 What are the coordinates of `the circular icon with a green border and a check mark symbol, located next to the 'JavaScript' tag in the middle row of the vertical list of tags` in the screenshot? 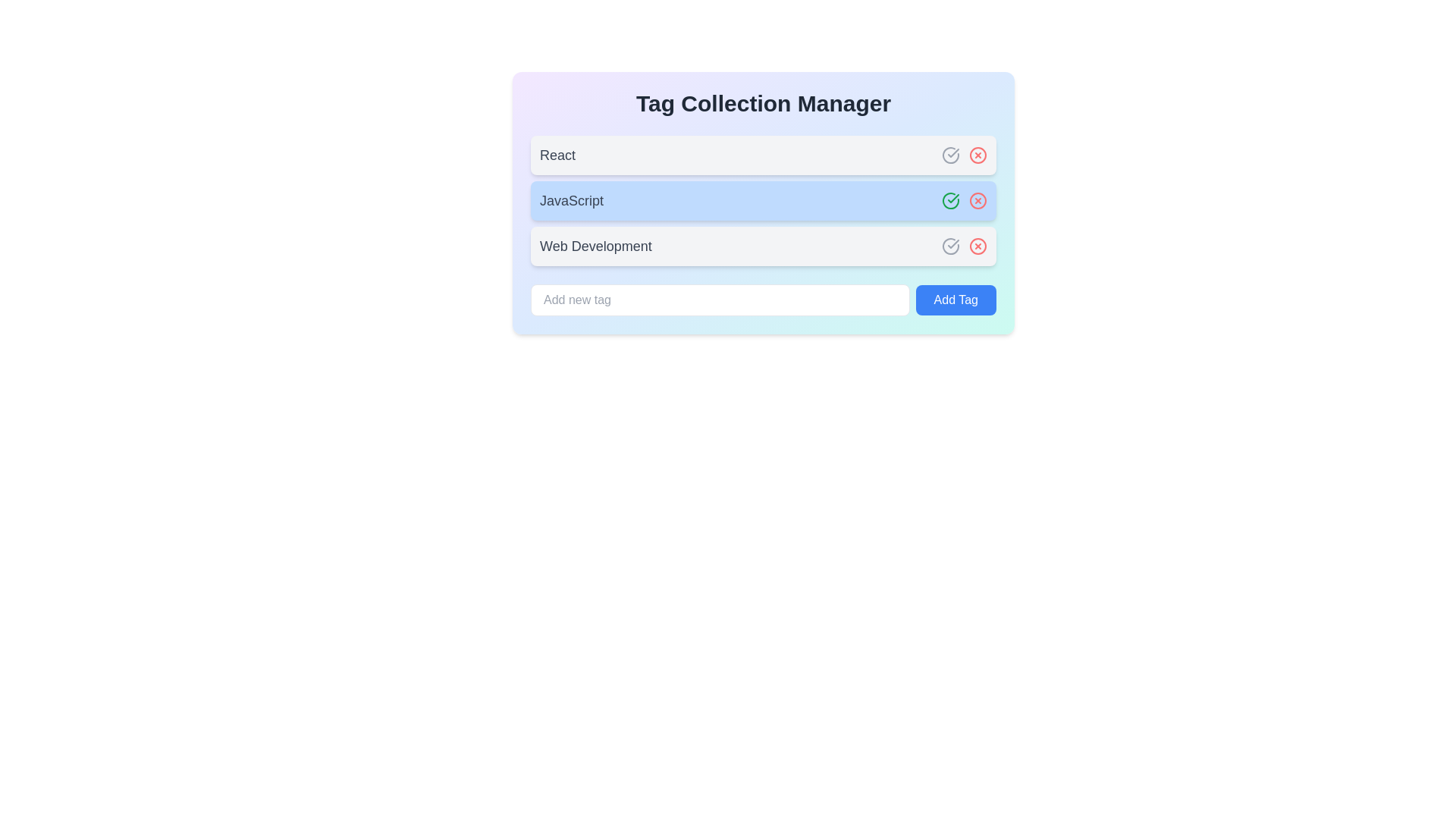 It's located at (949, 200).